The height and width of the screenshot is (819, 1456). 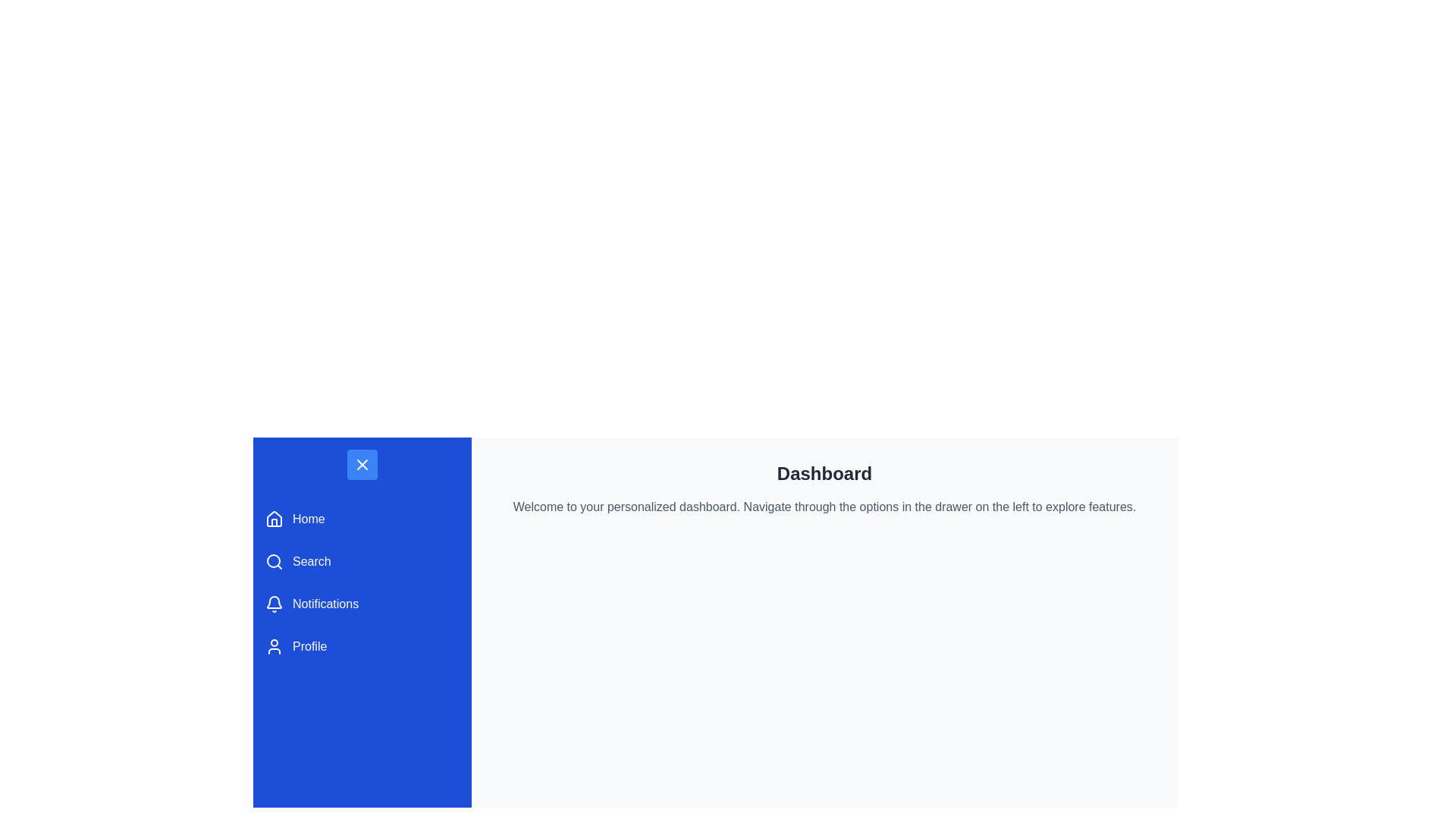 I want to click on the 'Home' label in the sidebar menu, which indicates the navigation option for home, so click(x=308, y=519).